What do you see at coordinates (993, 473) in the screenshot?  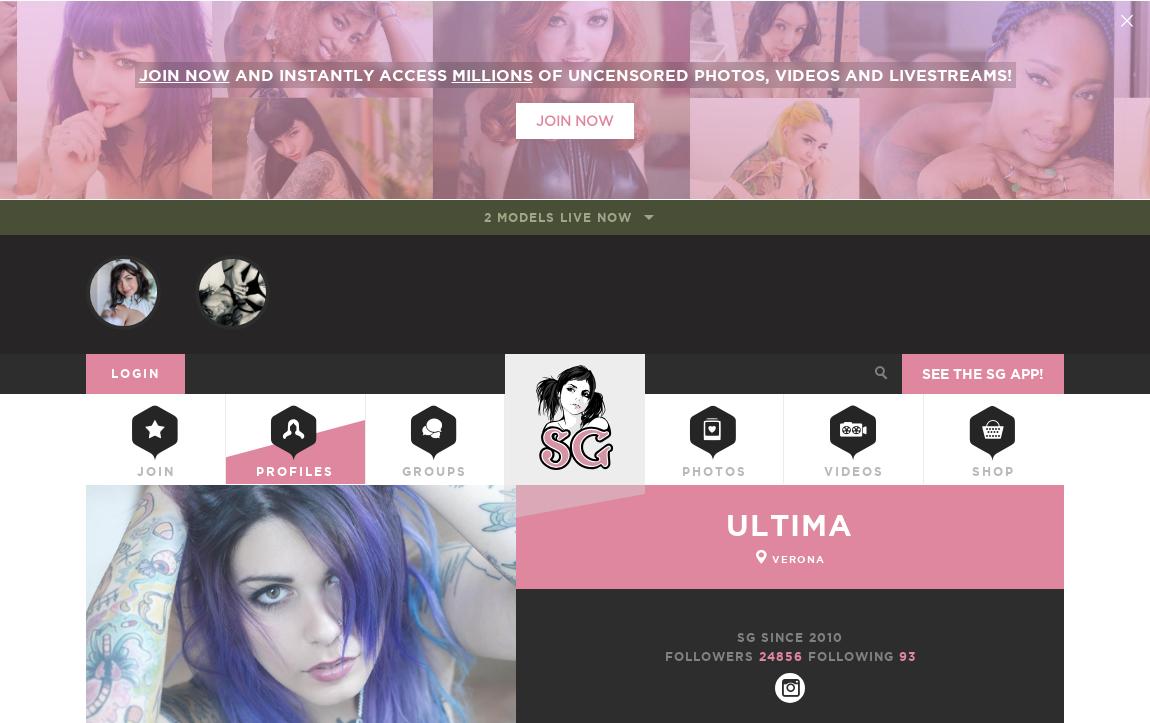 I see `'Shop'` at bounding box center [993, 473].